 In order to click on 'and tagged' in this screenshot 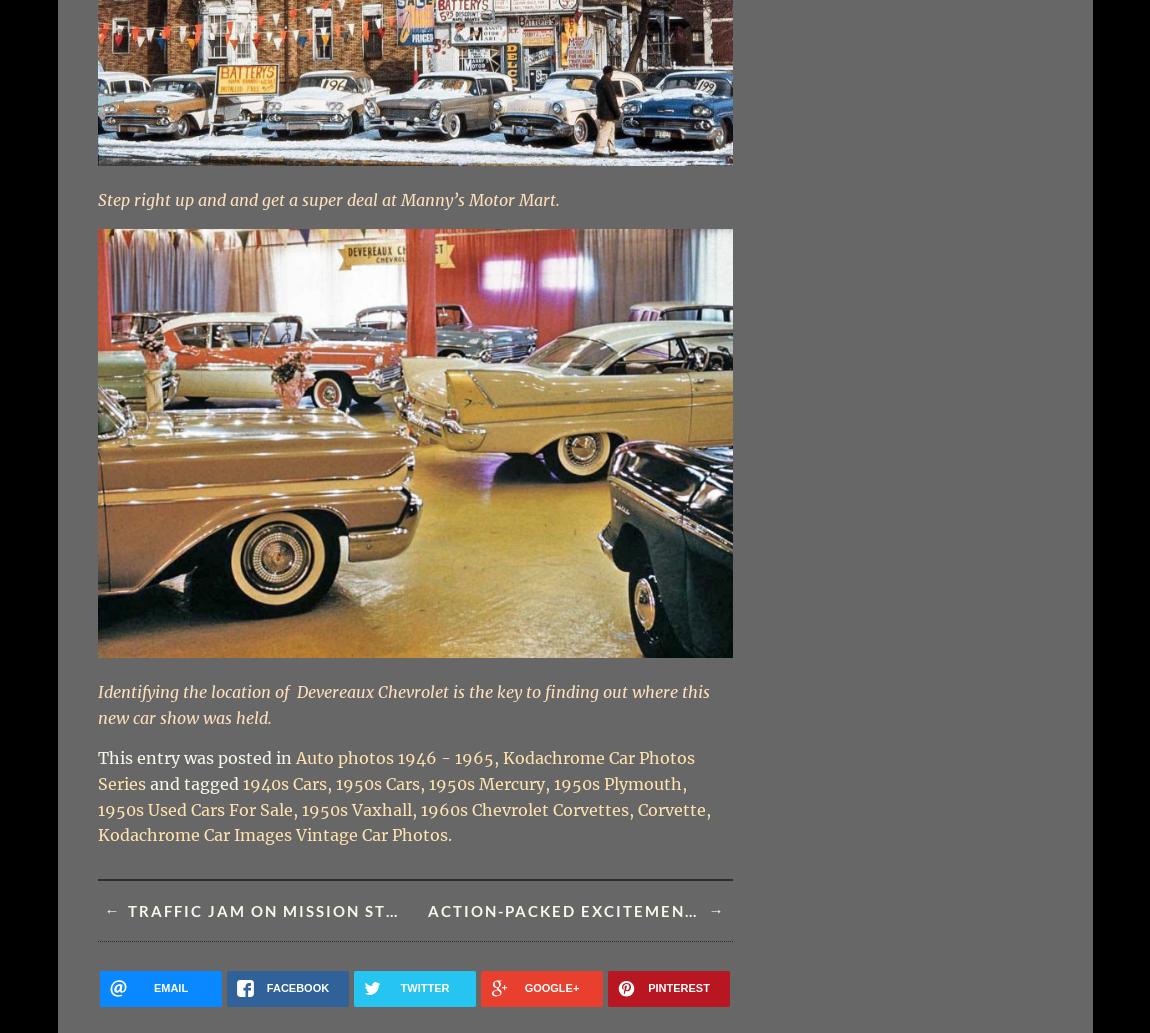, I will do `click(148, 784)`.